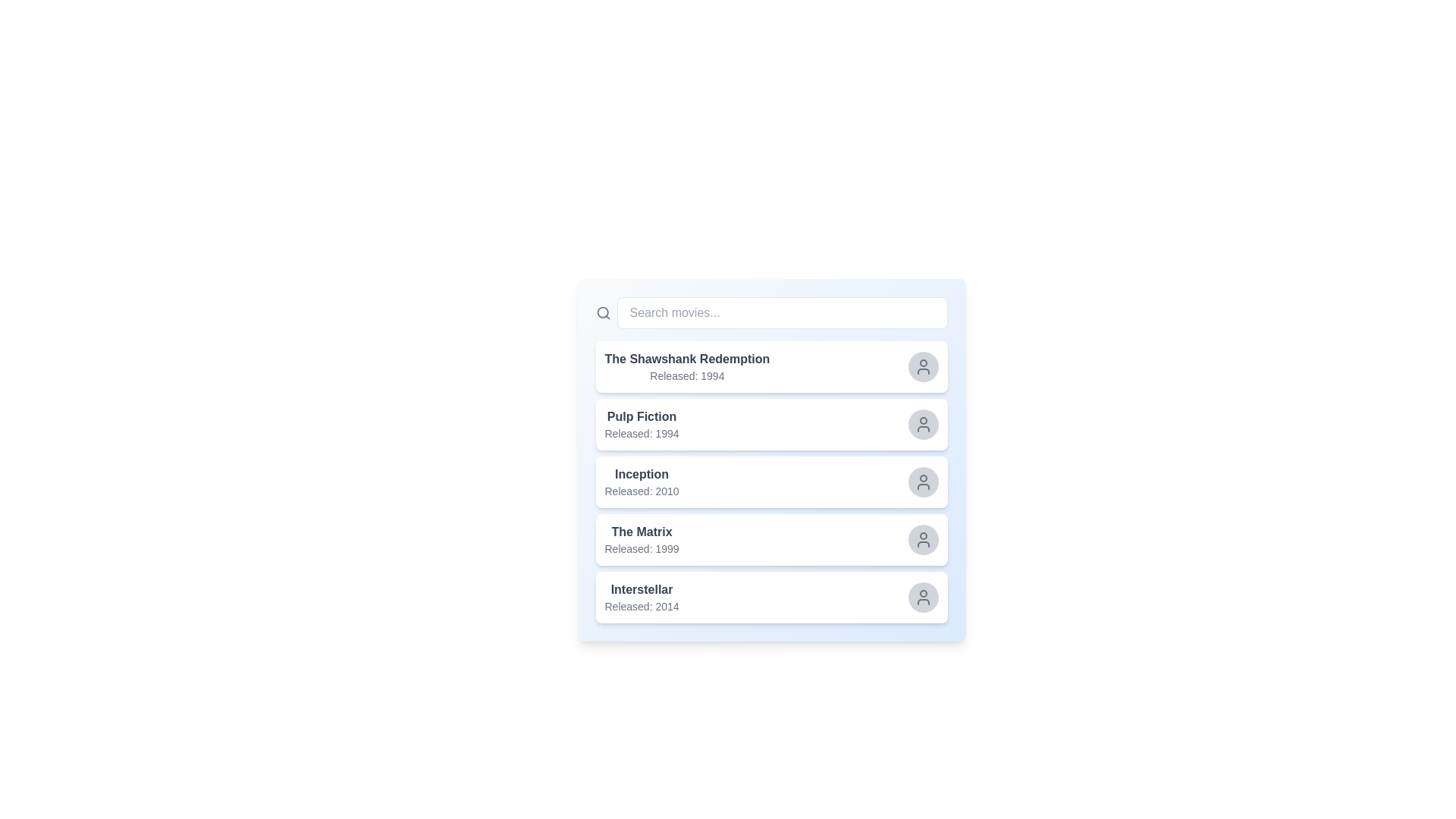 This screenshot has height=819, width=1456. Describe the element at coordinates (922, 424) in the screenshot. I see `the circular user-related button with a gray background located at the far-right end of the 'Pulp Fiction Released: 1994' card` at that location.